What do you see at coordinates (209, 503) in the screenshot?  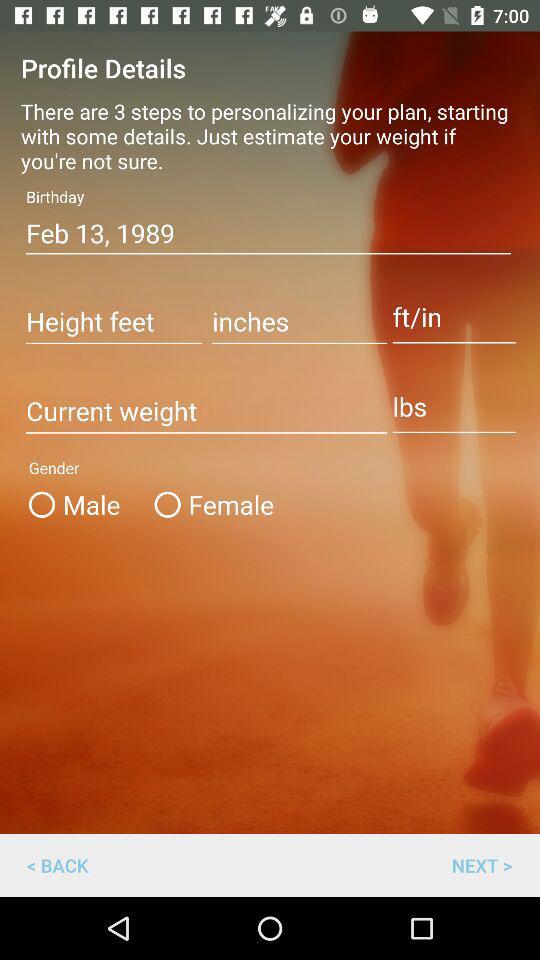 I see `the item to the right of male item` at bounding box center [209, 503].